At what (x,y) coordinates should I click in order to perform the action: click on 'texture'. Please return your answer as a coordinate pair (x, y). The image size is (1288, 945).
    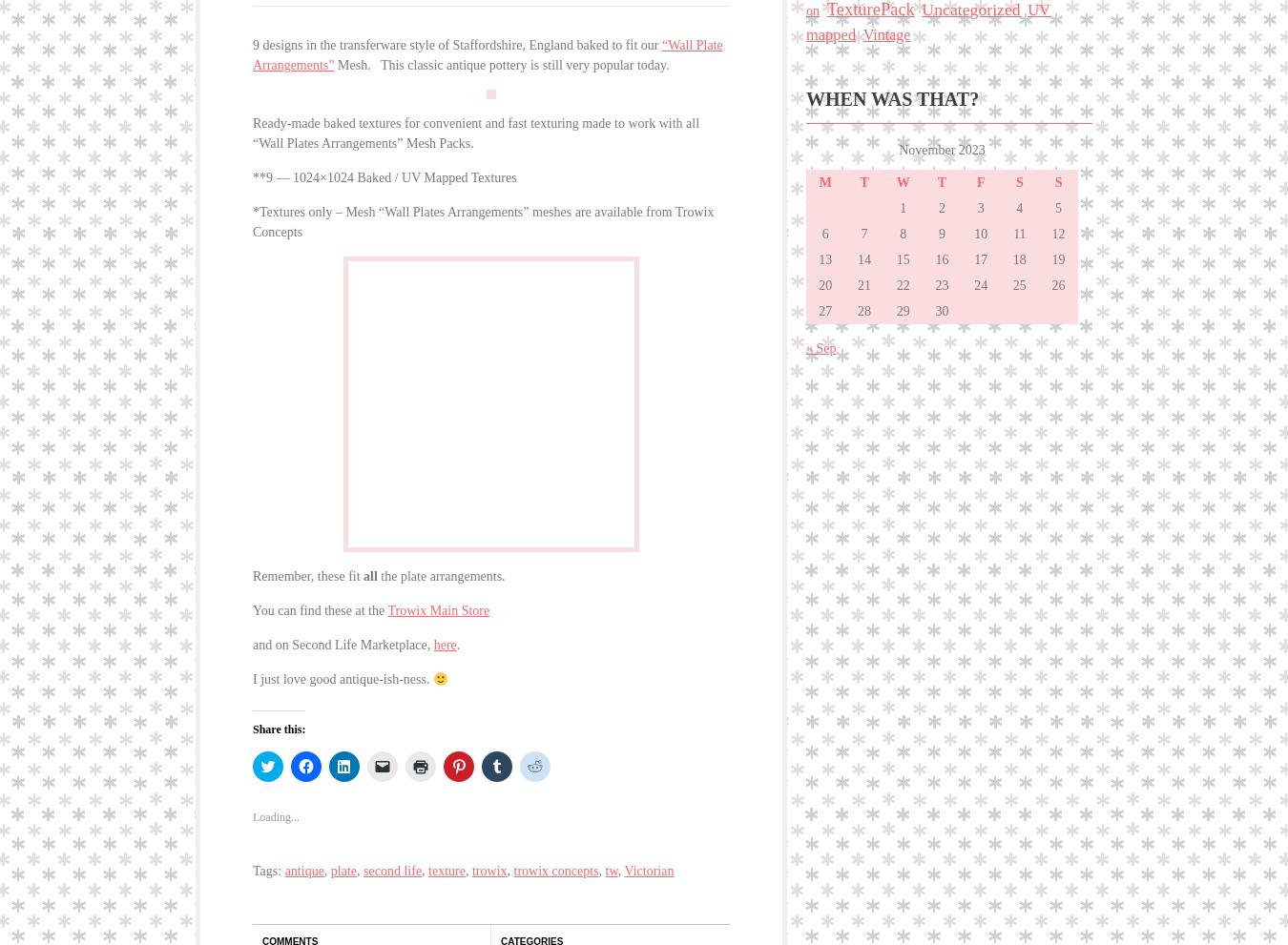
    Looking at the image, I should click on (446, 859).